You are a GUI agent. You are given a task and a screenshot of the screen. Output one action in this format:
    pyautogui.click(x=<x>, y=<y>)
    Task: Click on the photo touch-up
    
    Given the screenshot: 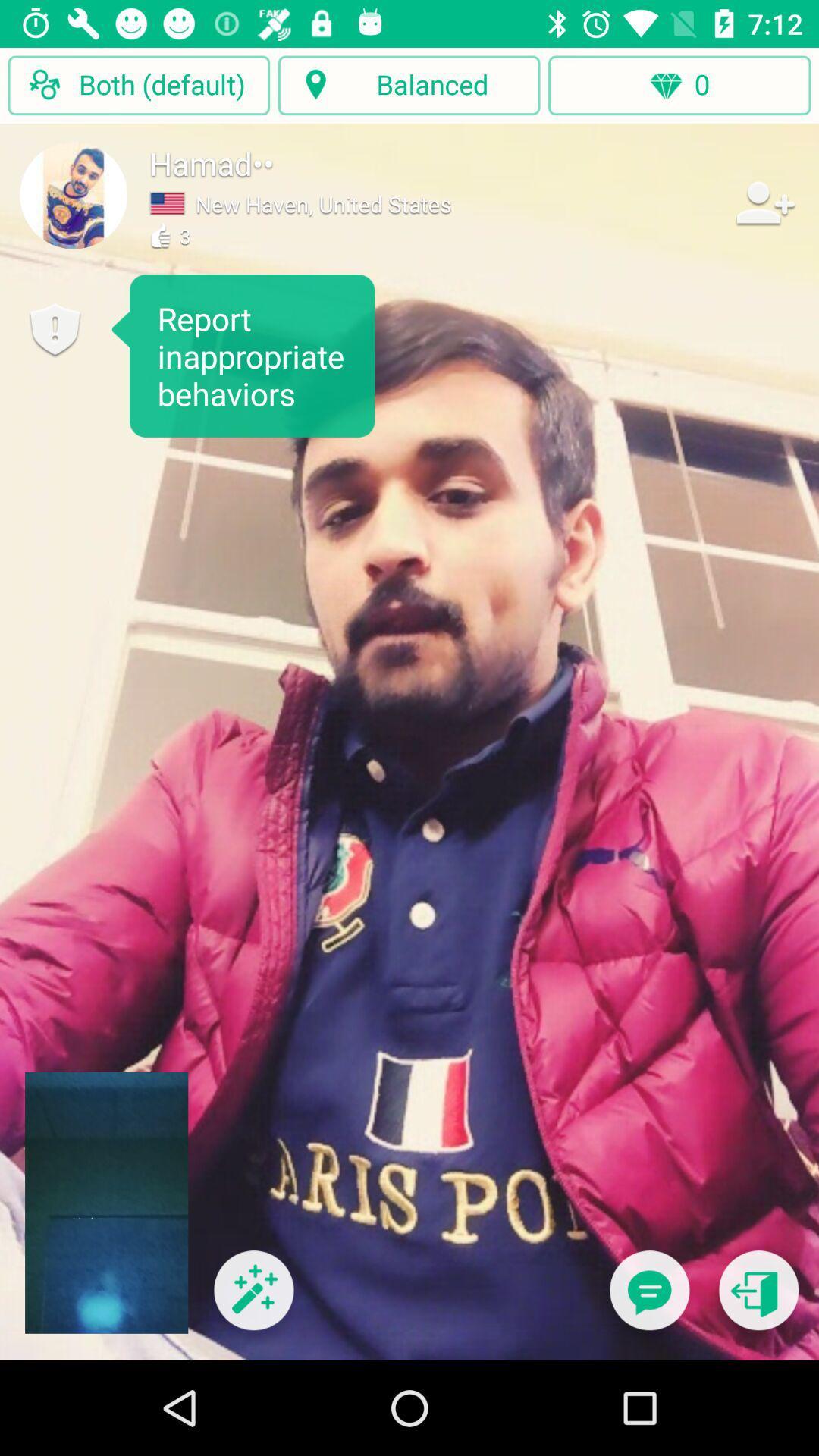 What is the action you would take?
    pyautogui.click(x=253, y=1299)
    